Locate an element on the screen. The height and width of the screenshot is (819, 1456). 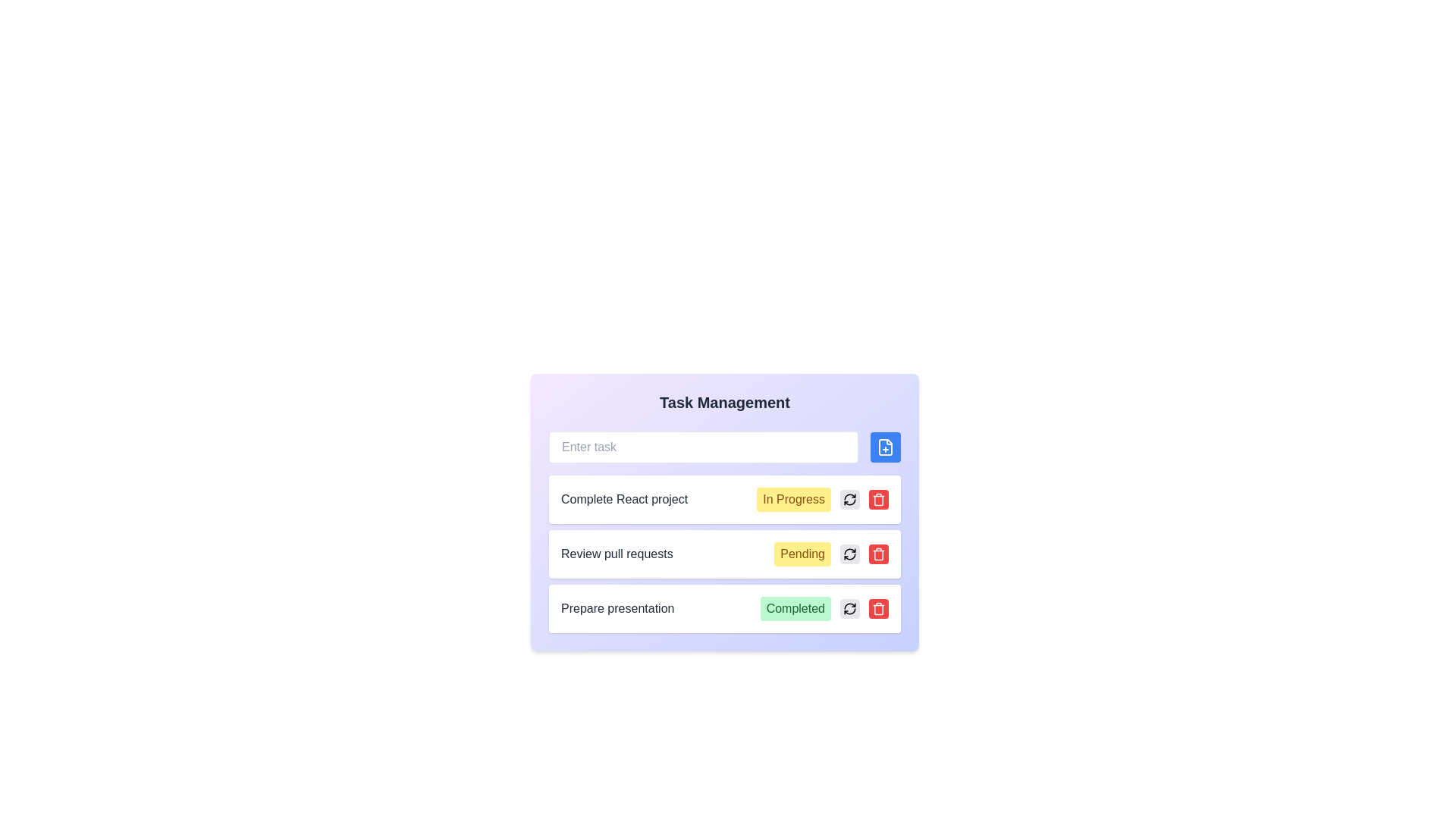
the refresh action button with a circular refresh icon, positioned to the right of the 'Completed' label in the task row is located at coordinates (850, 607).